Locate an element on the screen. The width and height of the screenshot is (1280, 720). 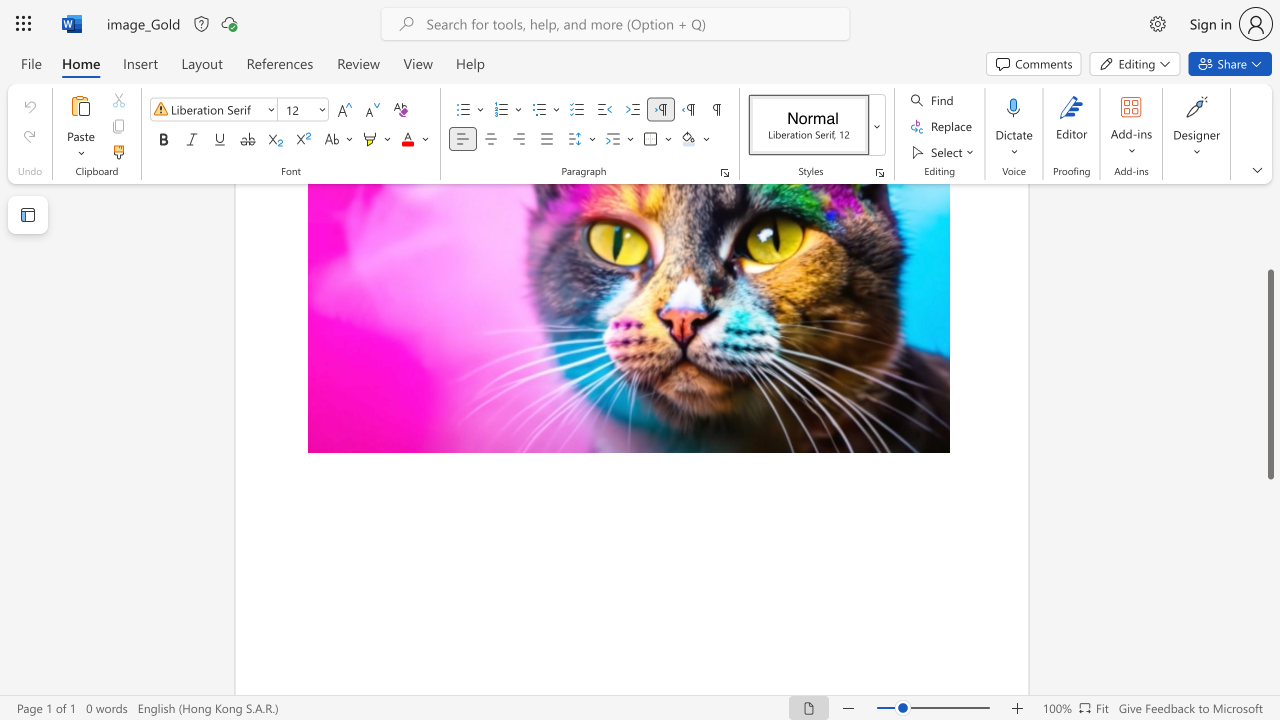
the scrollbar on the right side to scroll the page up is located at coordinates (1269, 248).